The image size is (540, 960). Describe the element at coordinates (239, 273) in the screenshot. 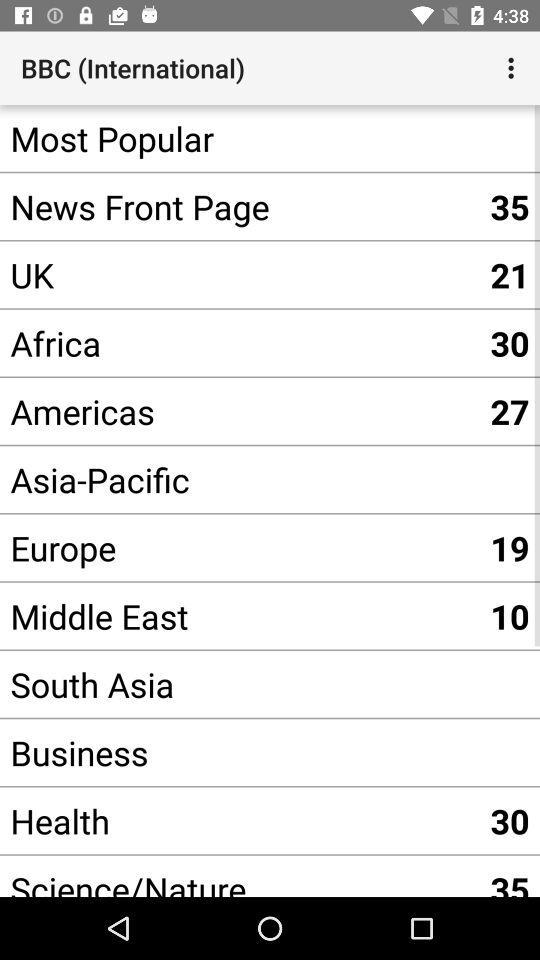

I see `the uk` at that location.